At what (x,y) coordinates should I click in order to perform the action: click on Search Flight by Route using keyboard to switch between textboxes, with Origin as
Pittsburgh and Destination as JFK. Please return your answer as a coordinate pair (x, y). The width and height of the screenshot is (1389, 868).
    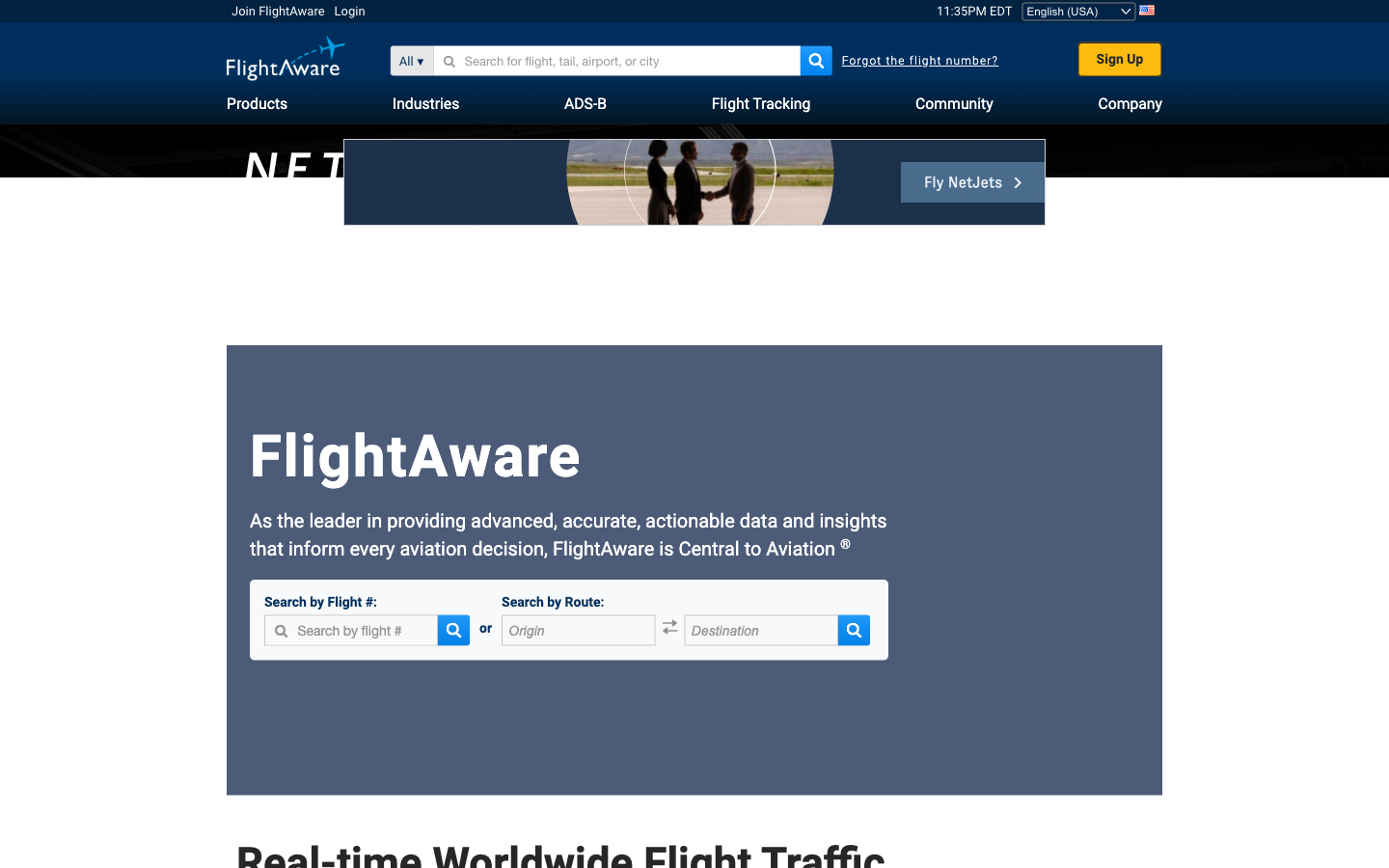
    Looking at the image, I should click on (579, 632).